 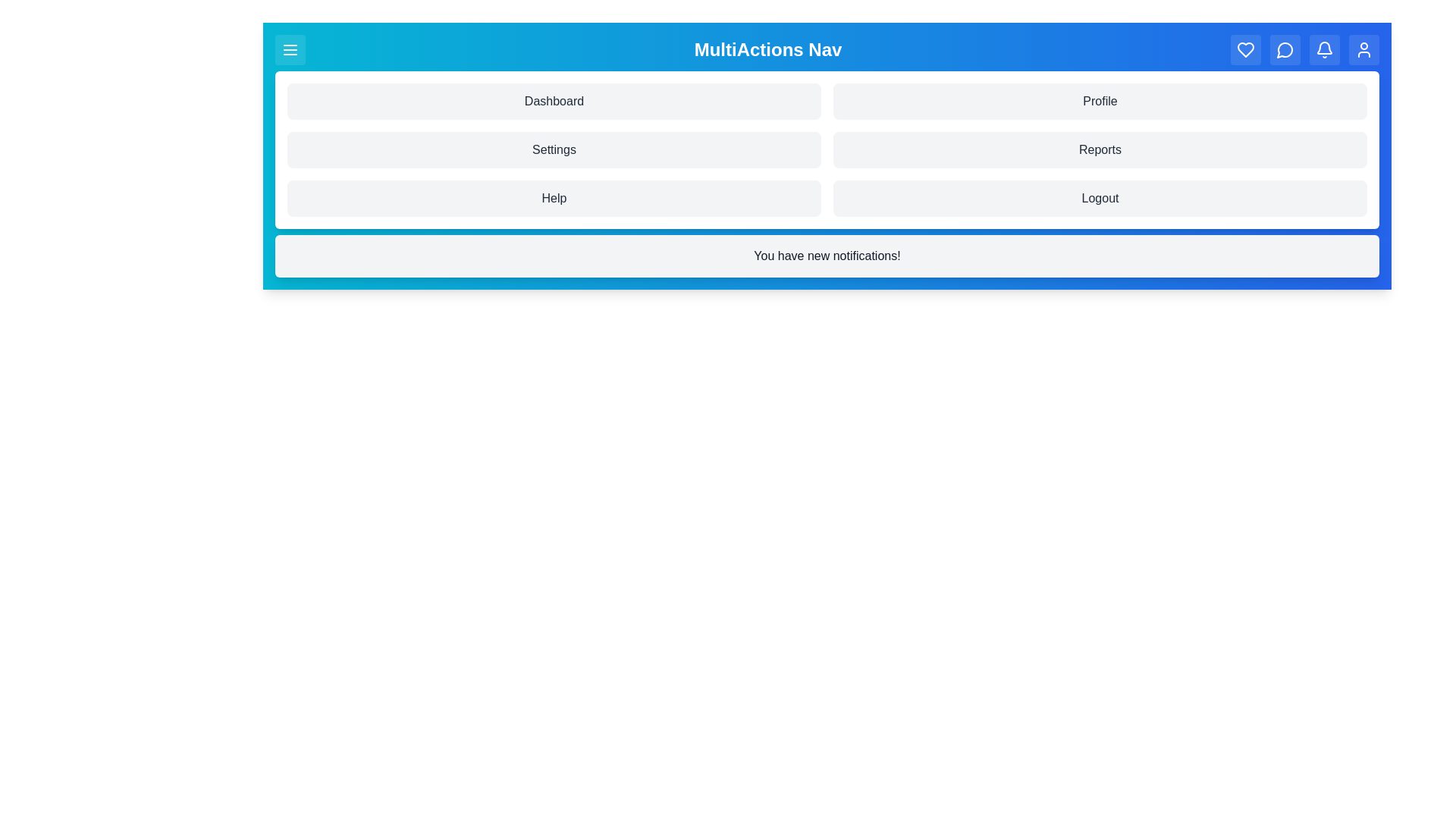 I want to click on the notification message area to interact with it, so click(x=826, y=256).